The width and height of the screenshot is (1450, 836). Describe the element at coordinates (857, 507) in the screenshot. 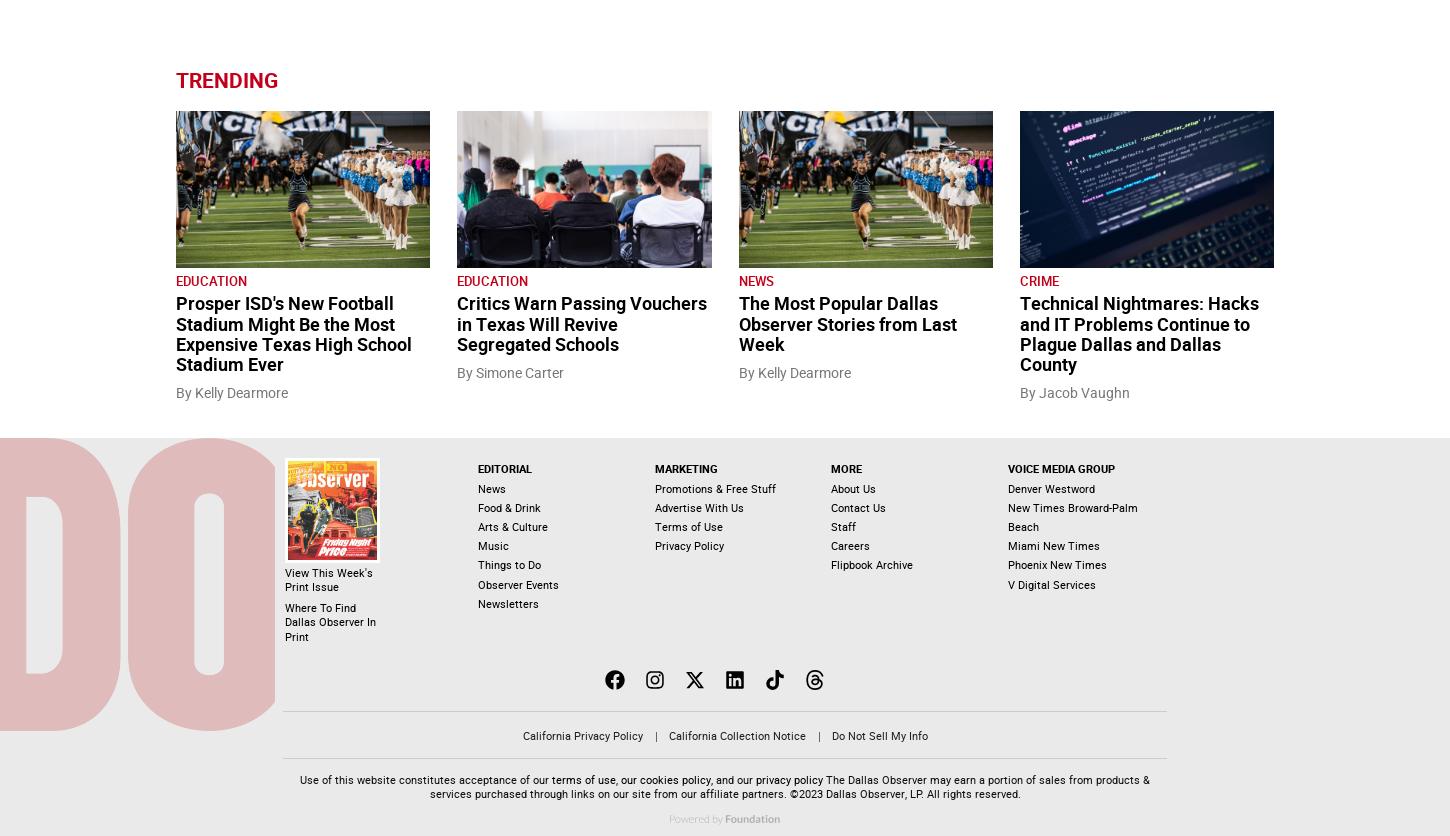

I see `'Contact Us'` at that location.